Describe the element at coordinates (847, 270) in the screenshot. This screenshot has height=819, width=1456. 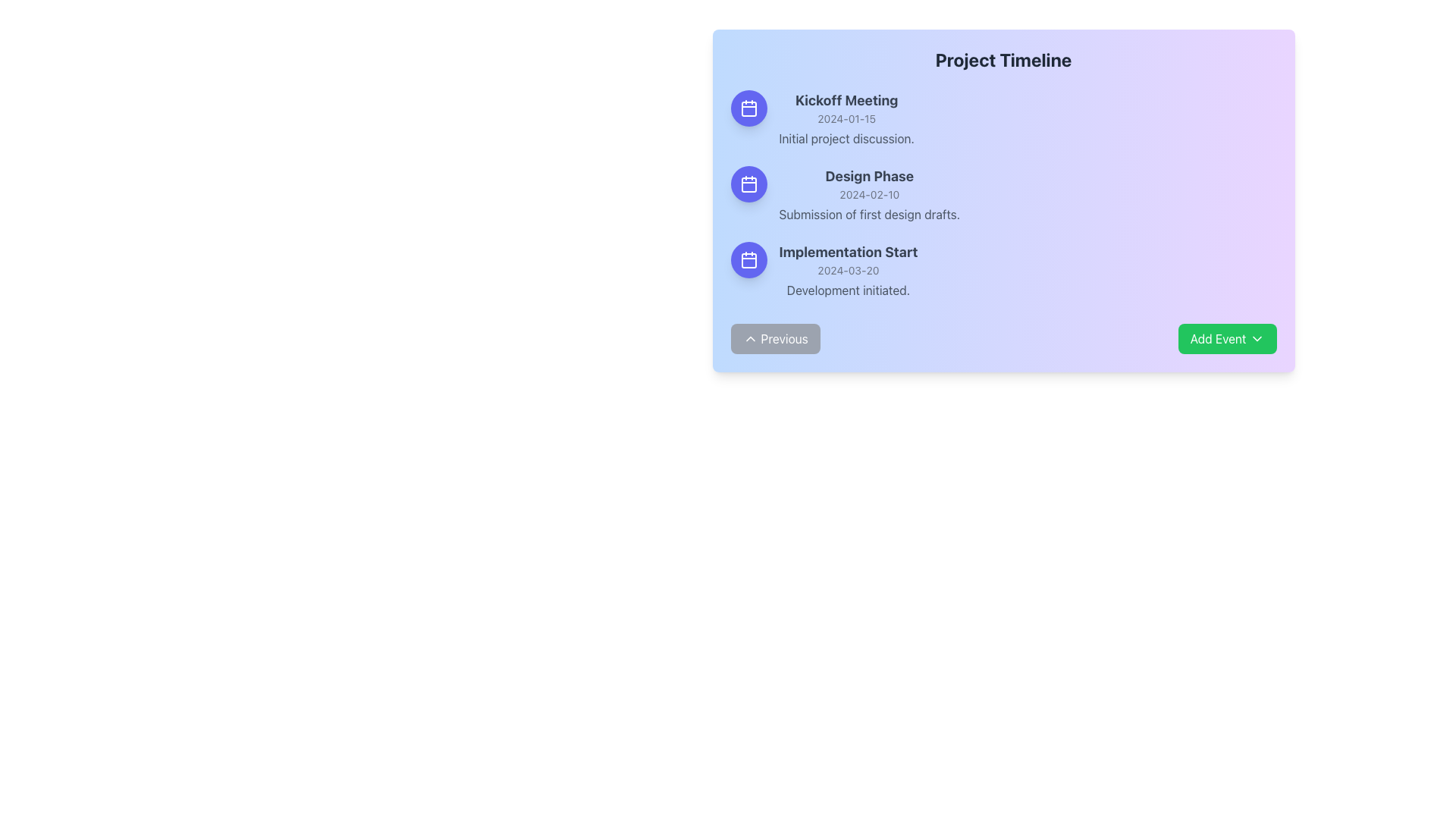
I see `the 'Implementation Start' informational block in the timeline, which provides details about the scheduled date and short description of the event` at that location.